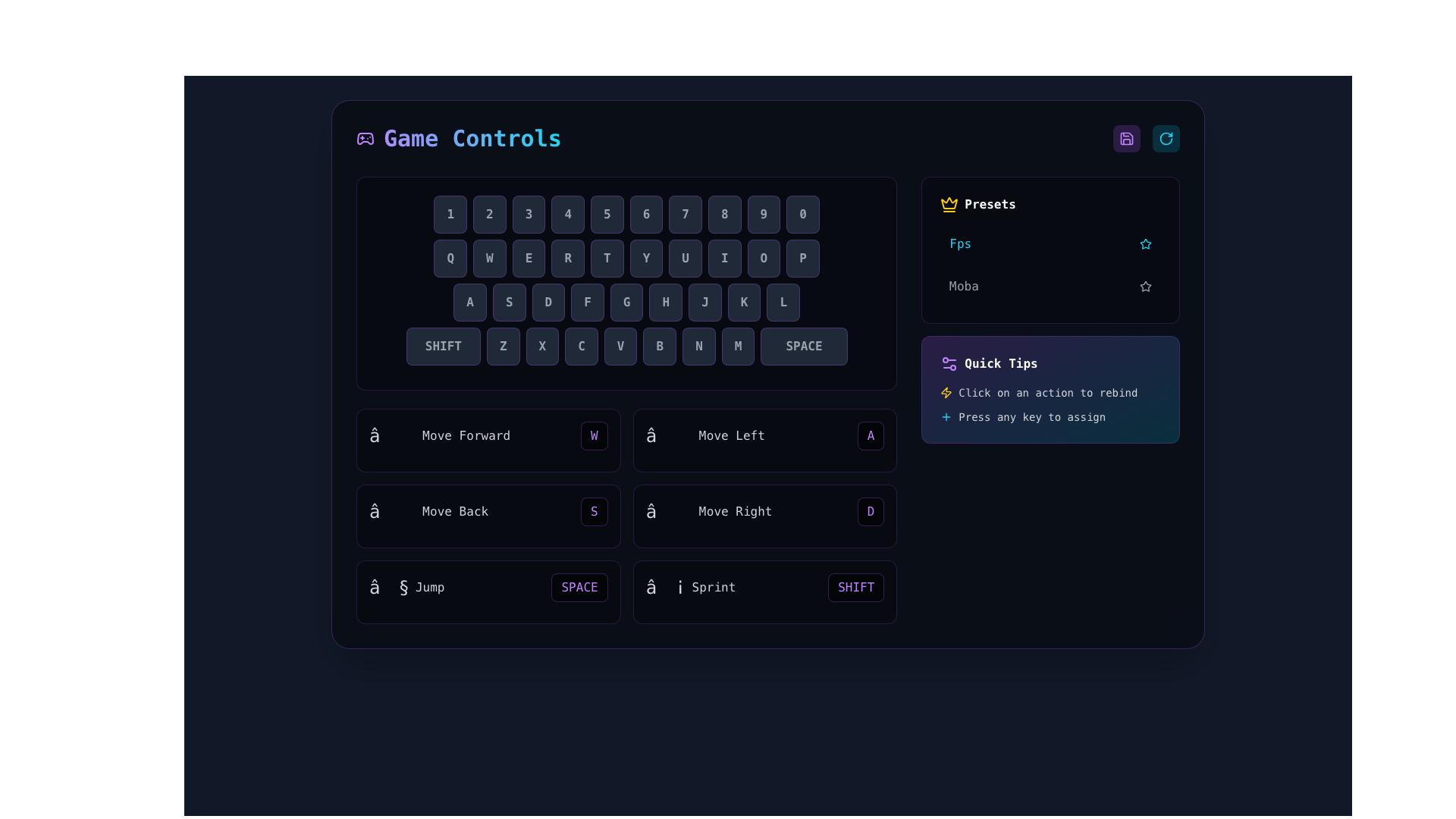  What do you see at coordinates (509, 302) in the screenshot?
I see `the 'S' key on the virtual keyboard, which is the second button in the row of 'ASDFGHJKL'` at bounding box center [509, 302].